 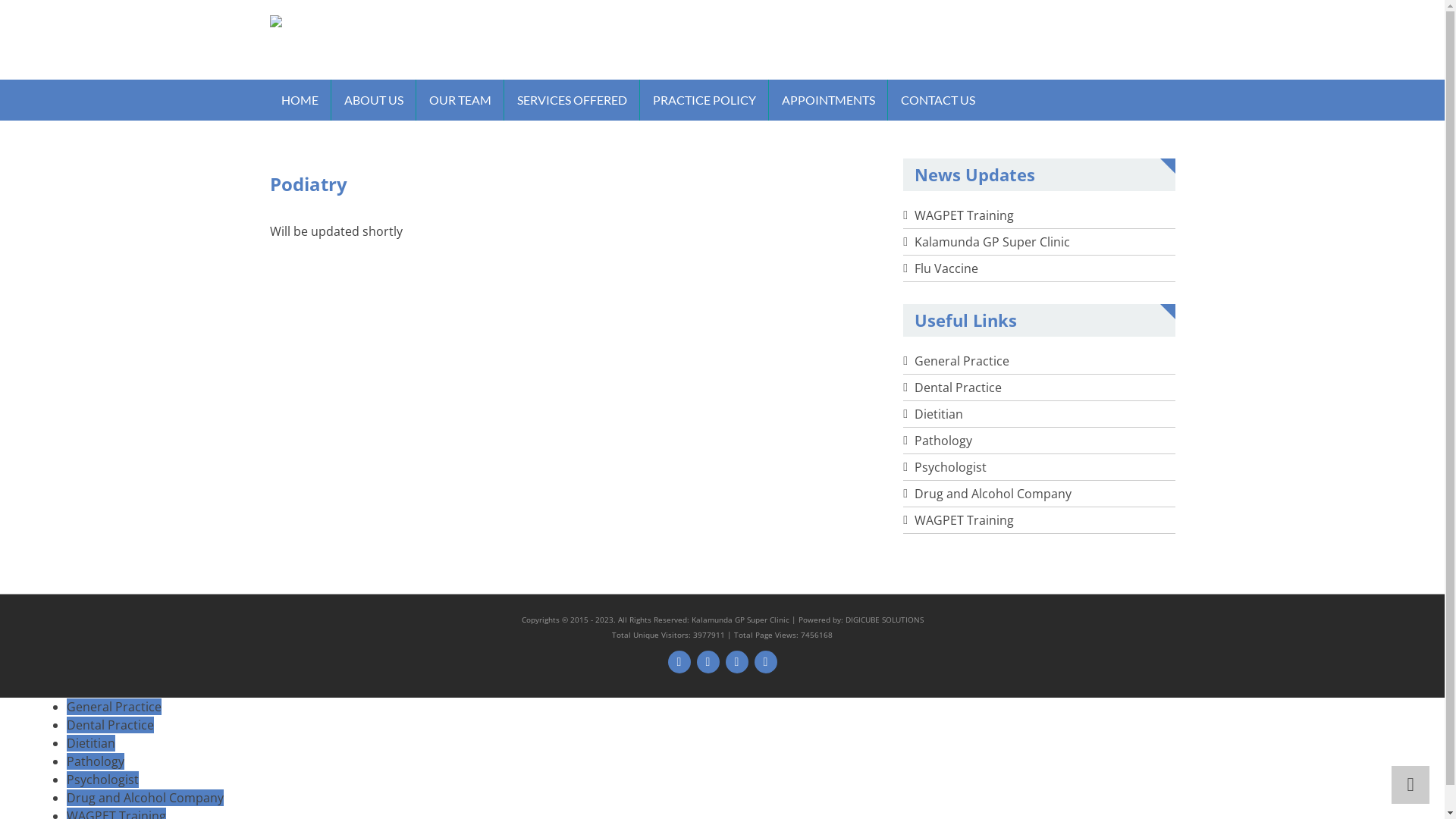 I want to click on 'WAGPET Training', so click(x=963, y=215).